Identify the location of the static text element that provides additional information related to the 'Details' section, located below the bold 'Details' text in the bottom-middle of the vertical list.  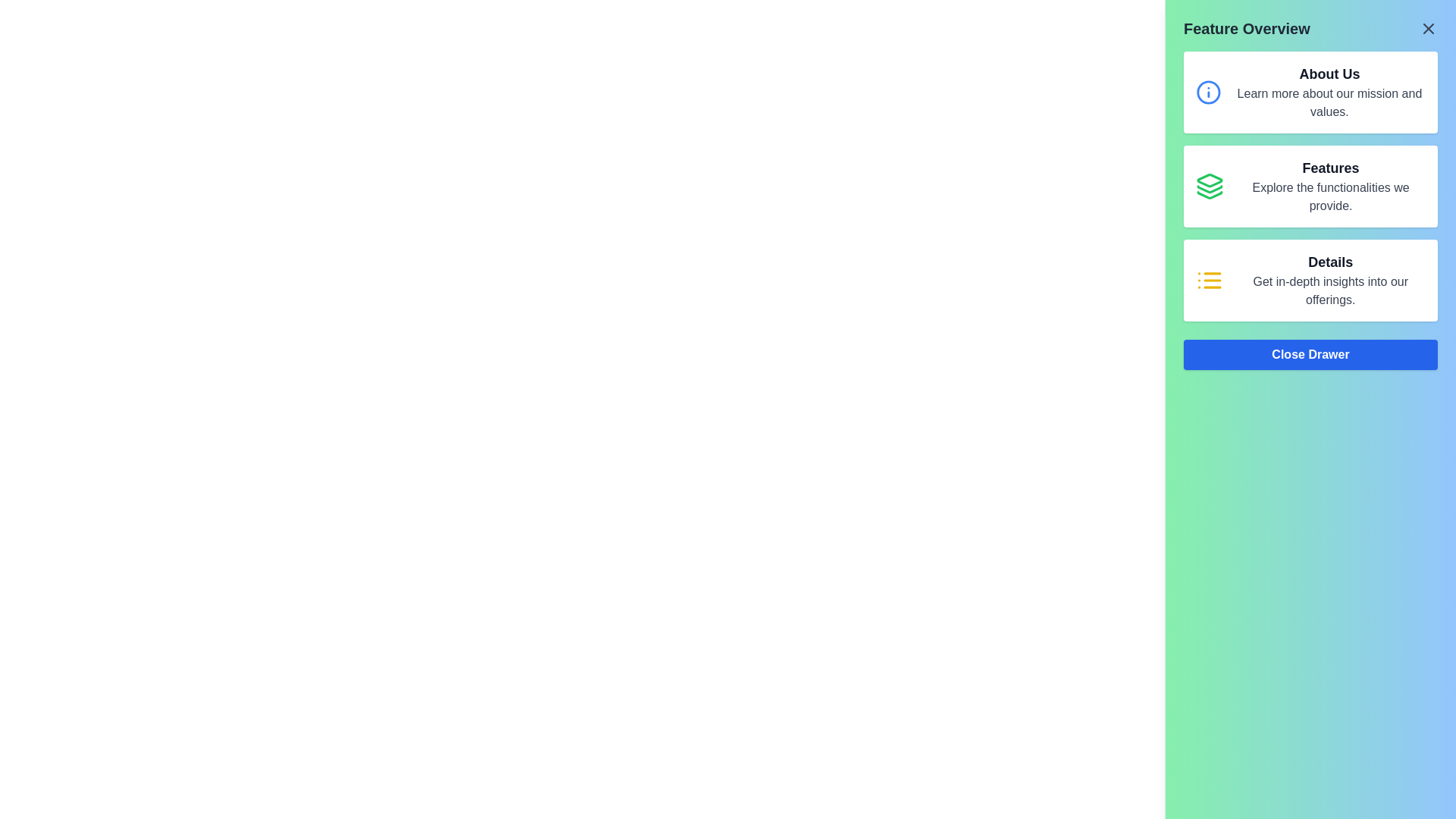
(1329, 291).